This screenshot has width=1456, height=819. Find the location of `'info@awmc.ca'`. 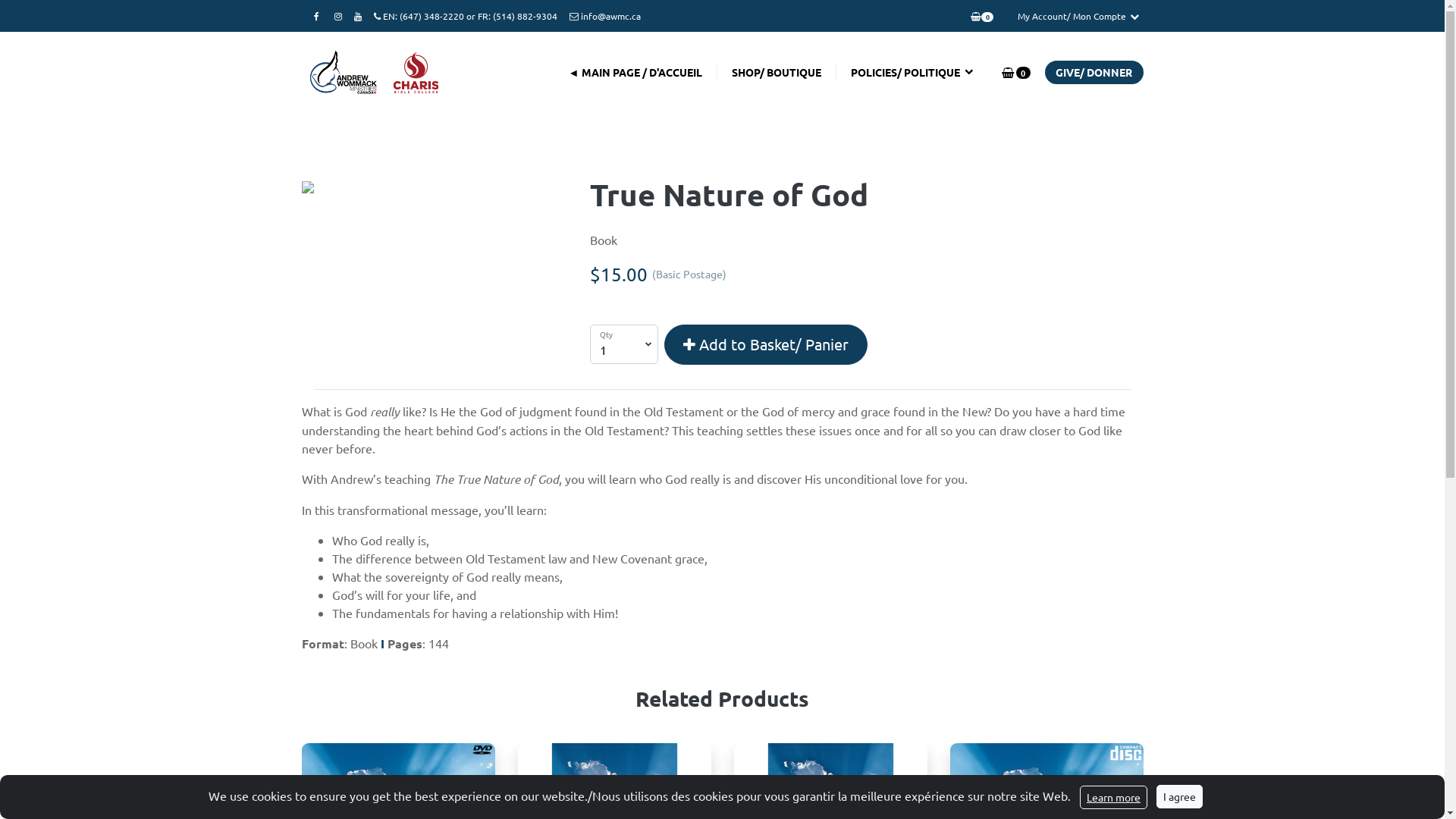

'info@awmc.ca' is located at coordinates (604, 15).